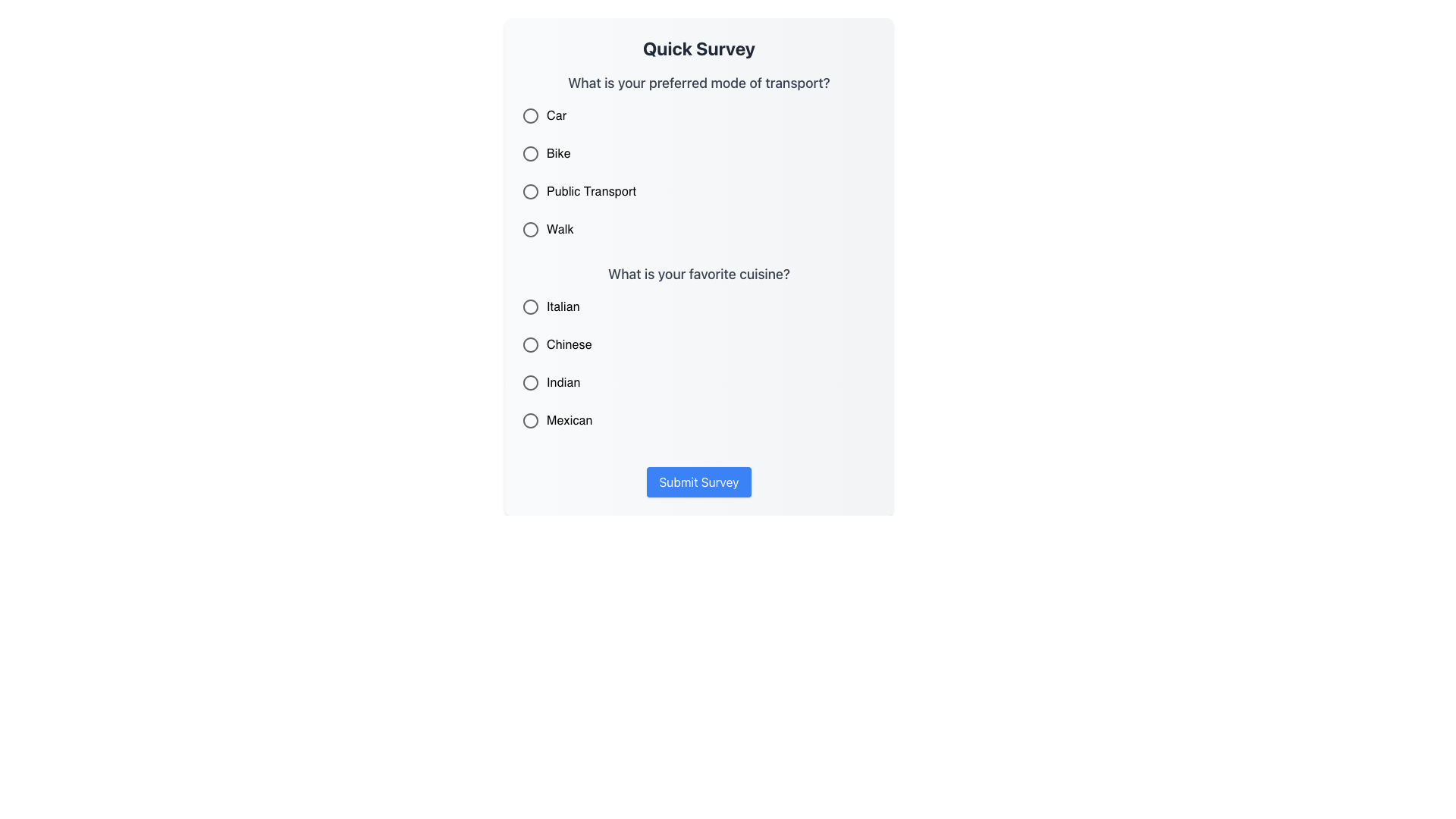  I want to click on the radio button, so click(698, 350).